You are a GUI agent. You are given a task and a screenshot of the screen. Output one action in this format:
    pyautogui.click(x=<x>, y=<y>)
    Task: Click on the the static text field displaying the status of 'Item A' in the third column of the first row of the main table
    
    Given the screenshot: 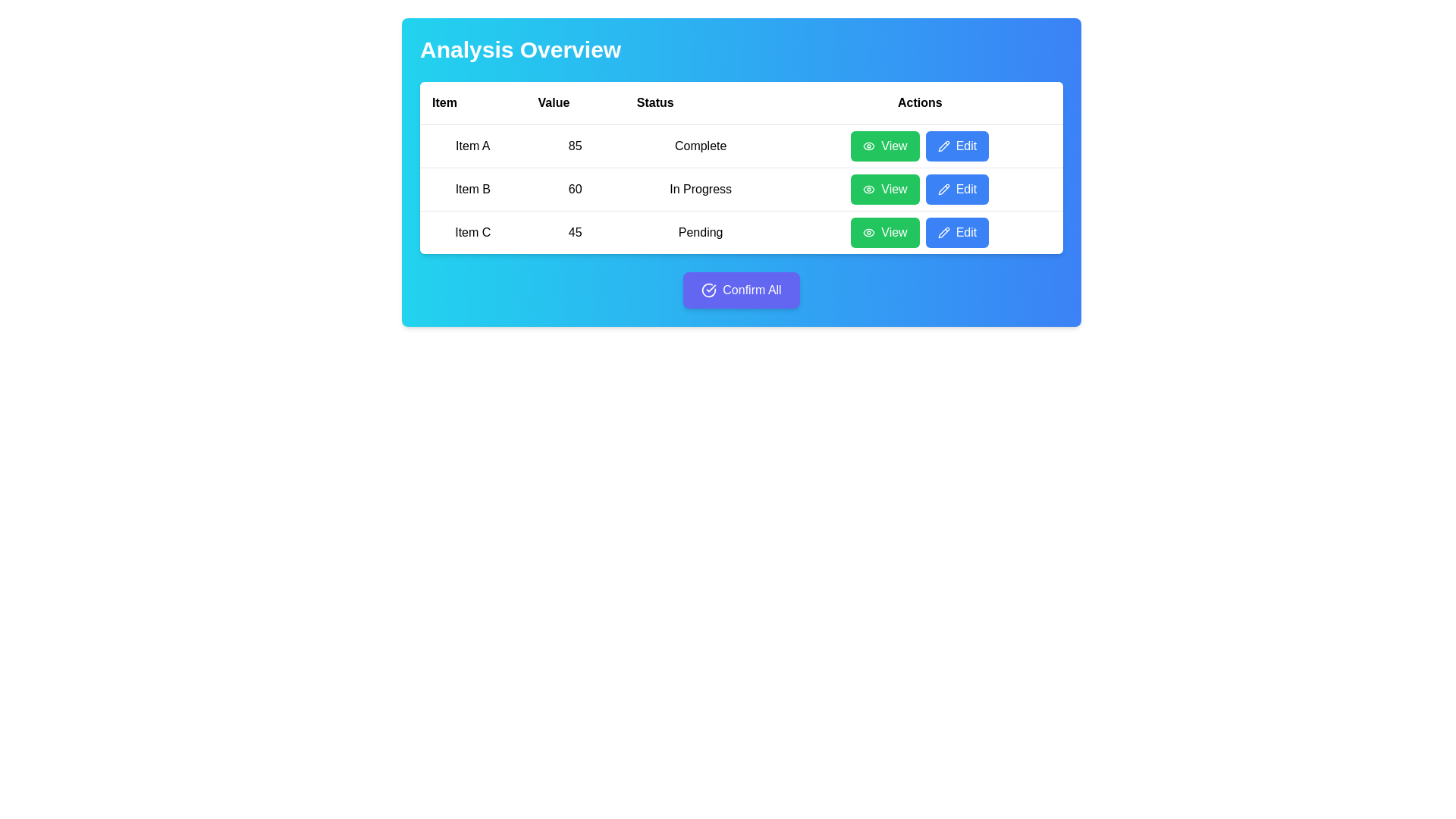 What is the action you would take?
    pyautogui.click(x=700, y=146)
    